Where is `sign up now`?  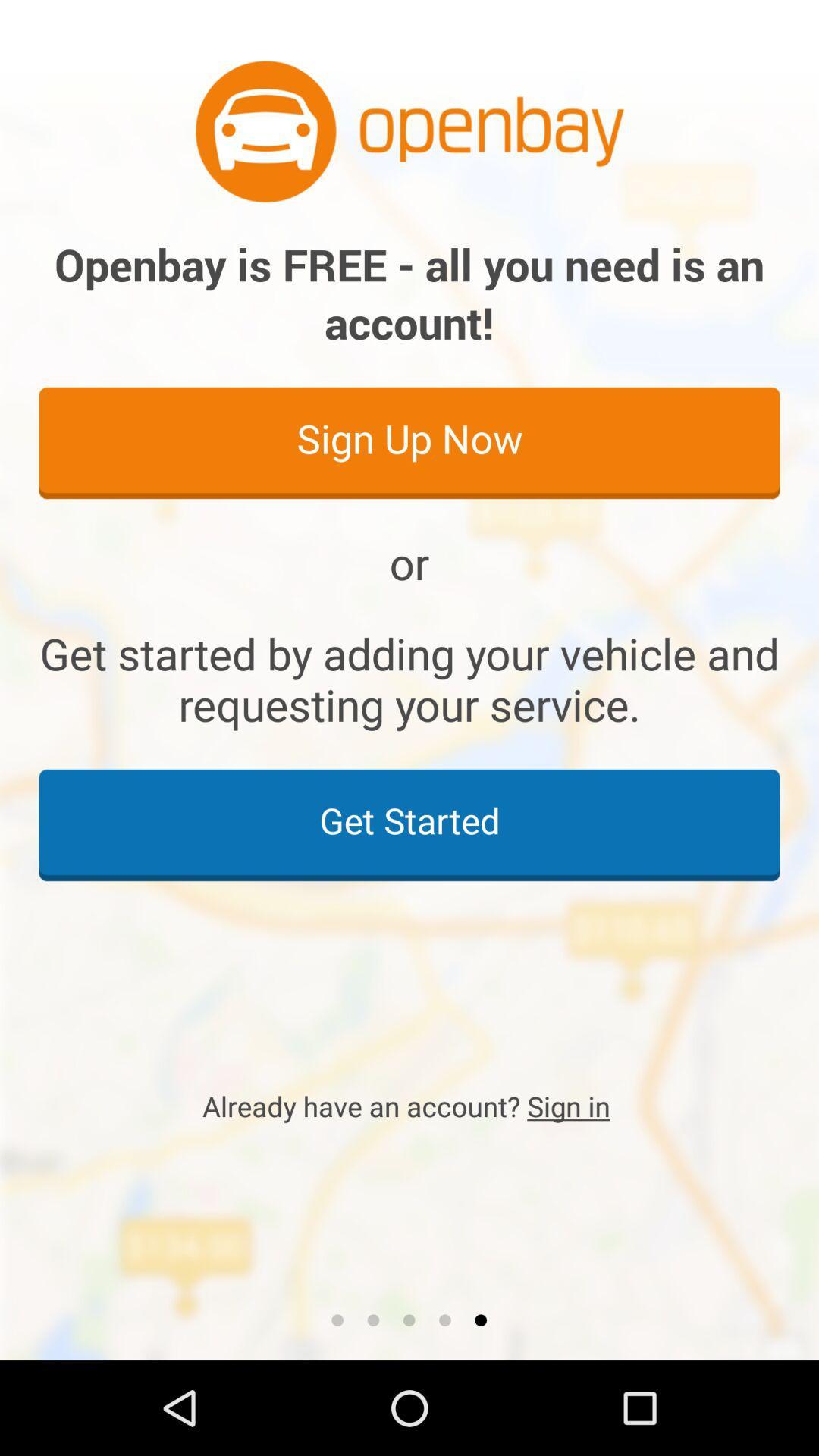
sign up now is located at coordinates (409, 441).